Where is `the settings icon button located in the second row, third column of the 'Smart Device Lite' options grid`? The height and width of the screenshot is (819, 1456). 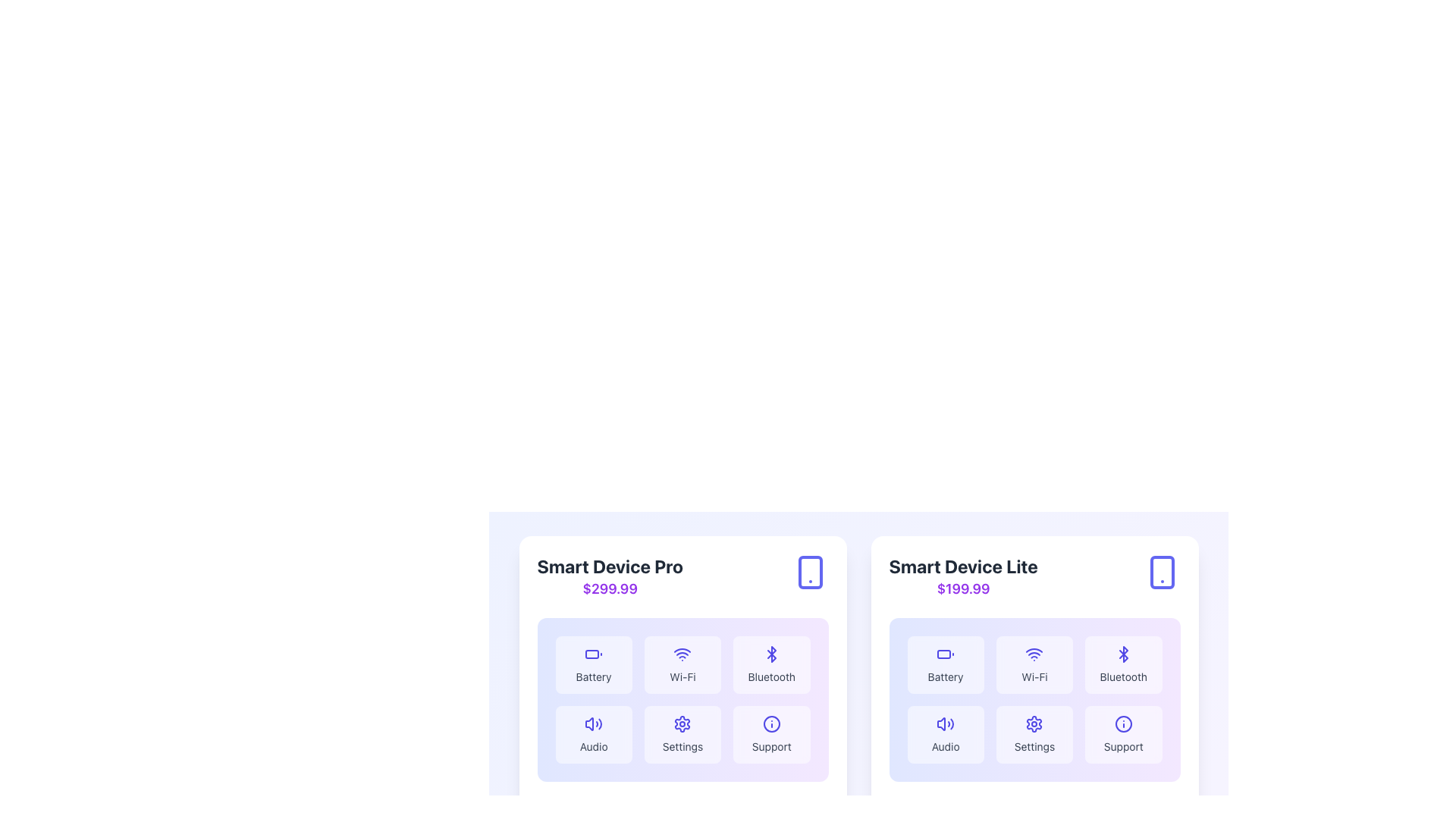 the settings icon button located in the second row, third column of the 'Smart Device Lite' options grid is located at coordinates (1034, 723).